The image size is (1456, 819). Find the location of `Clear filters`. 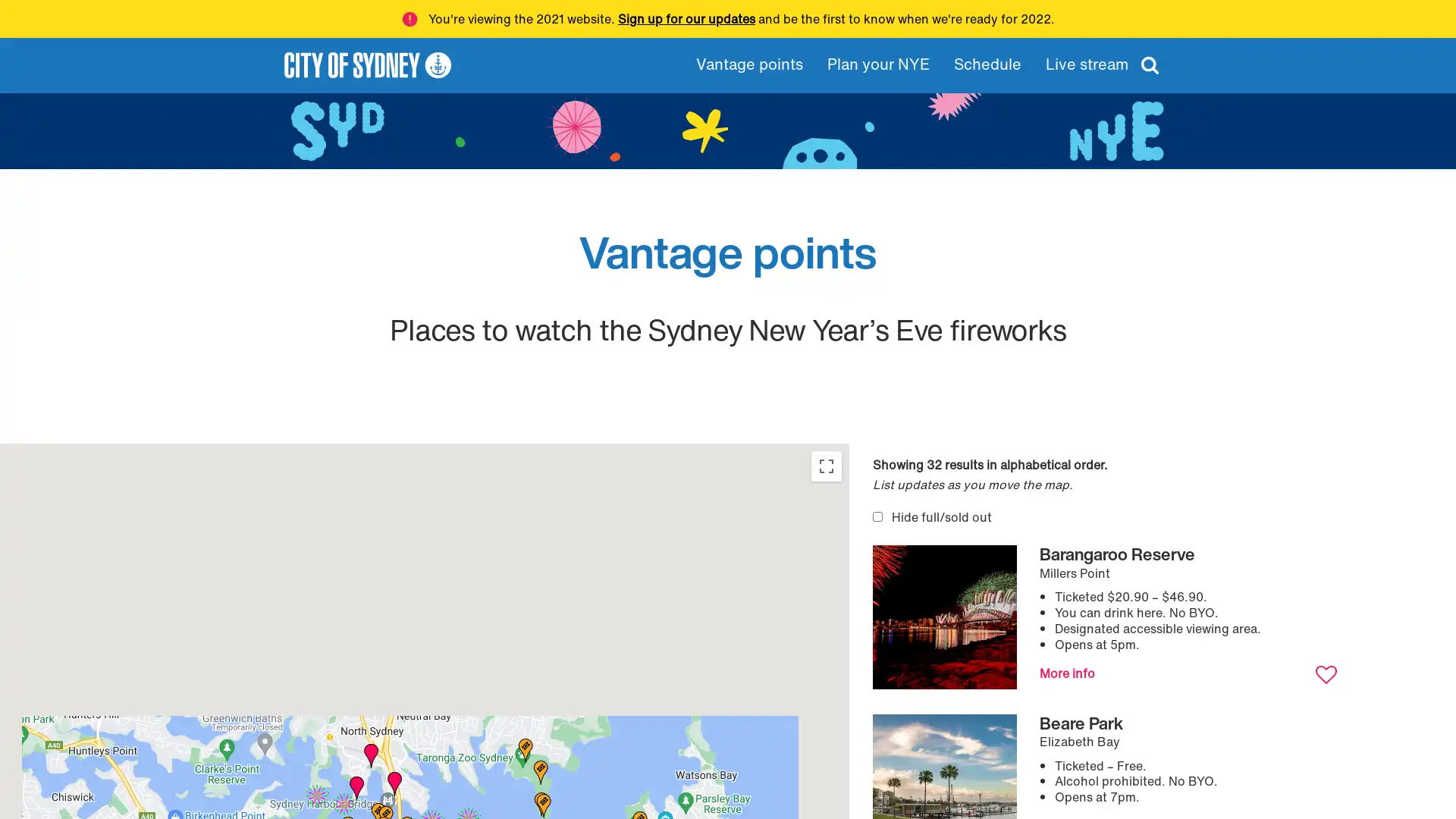

Clear filters is located at coordinates (673, 433).